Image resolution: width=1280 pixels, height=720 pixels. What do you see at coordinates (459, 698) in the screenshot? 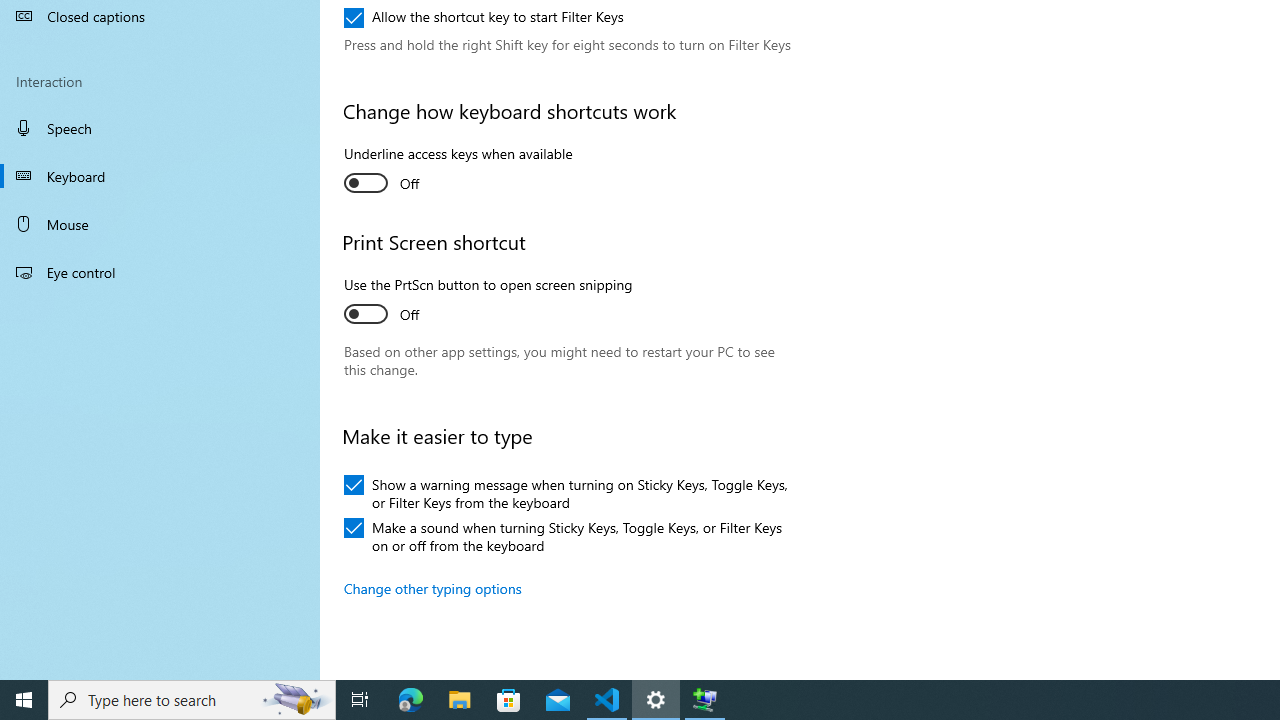
I see `'File Explorer'` at bounding box center [459, 698].